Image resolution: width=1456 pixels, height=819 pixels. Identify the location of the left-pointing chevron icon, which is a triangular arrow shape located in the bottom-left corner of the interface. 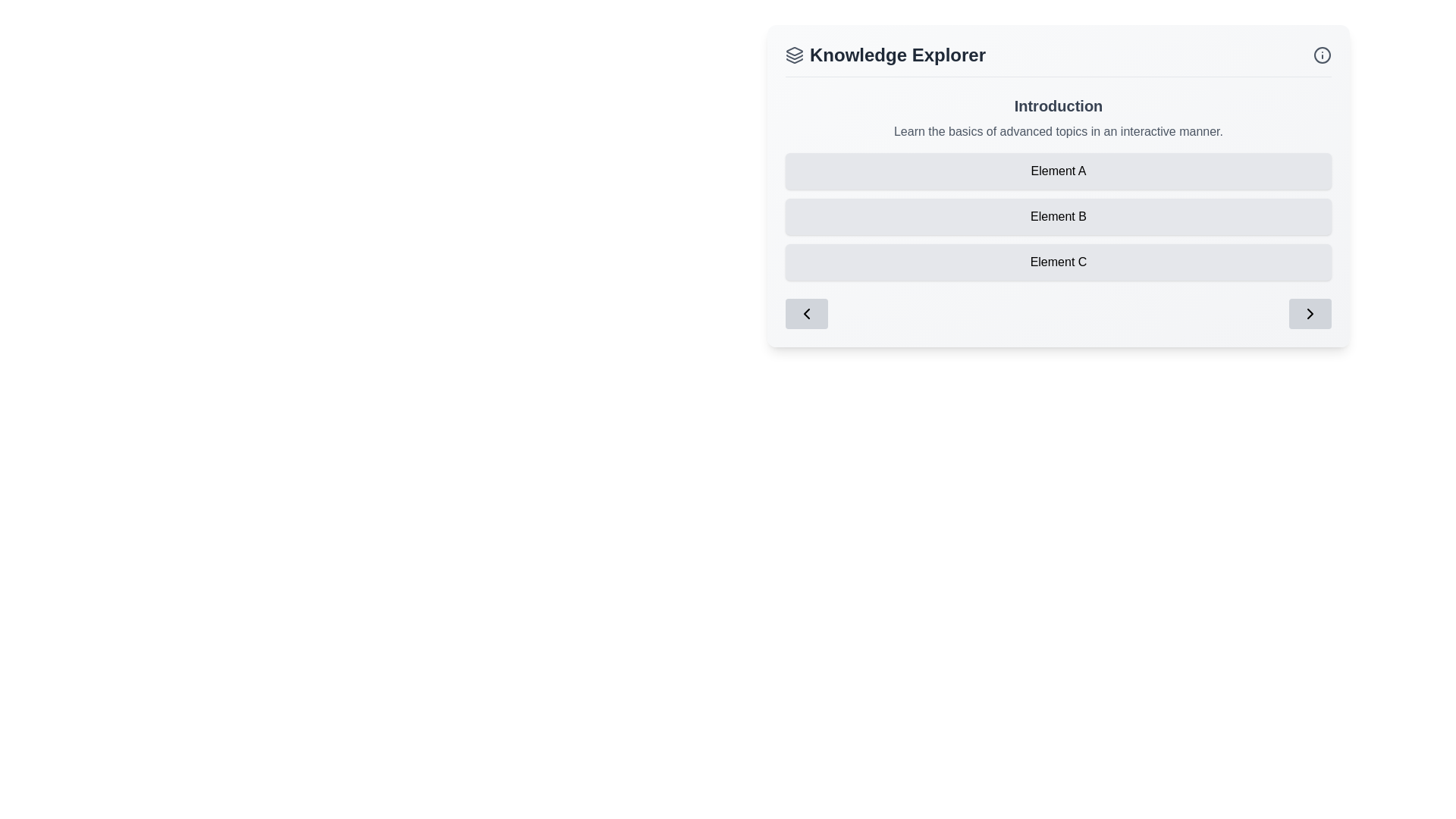
(806, 312).